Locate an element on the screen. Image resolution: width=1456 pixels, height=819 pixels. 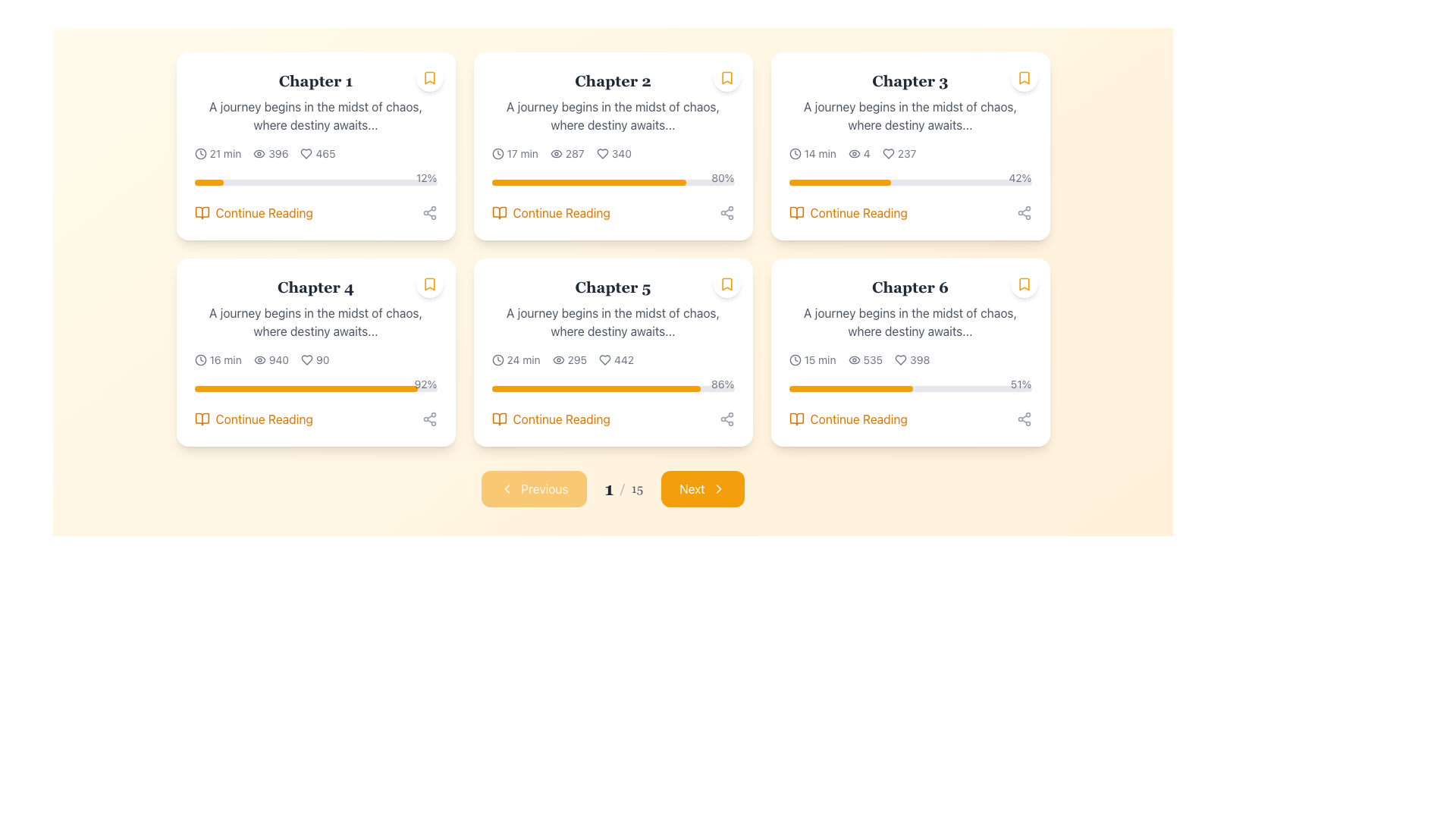
the bookmark action button located in the top-right corner of the 'Chapter 6' card to bookmark or unbookmark the chapter is located at coordinates (1024, 284).